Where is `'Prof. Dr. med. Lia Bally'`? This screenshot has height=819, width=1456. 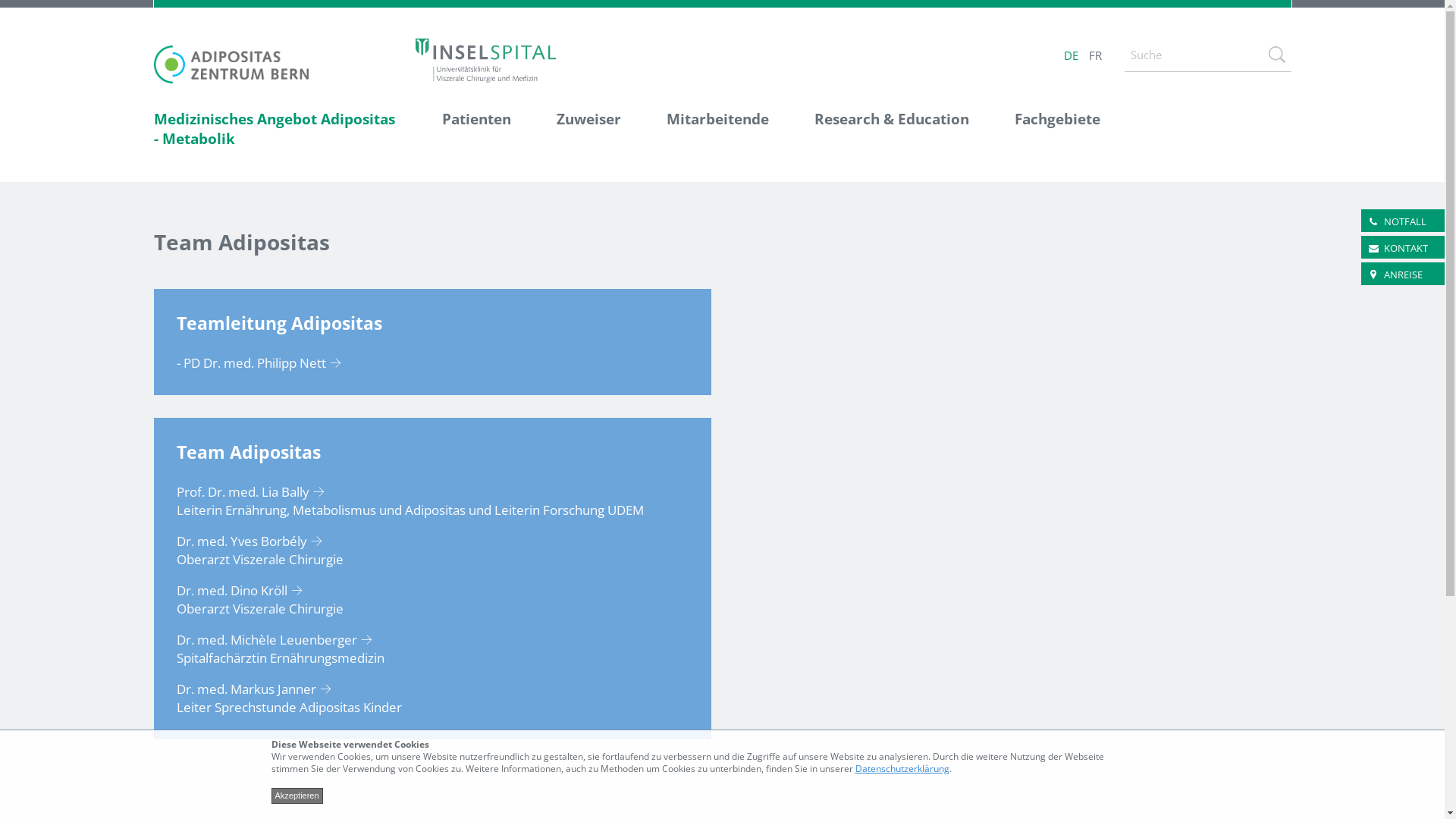
'Prof. Dr. med. Lia Bally' is located at coordinates (254, 491).